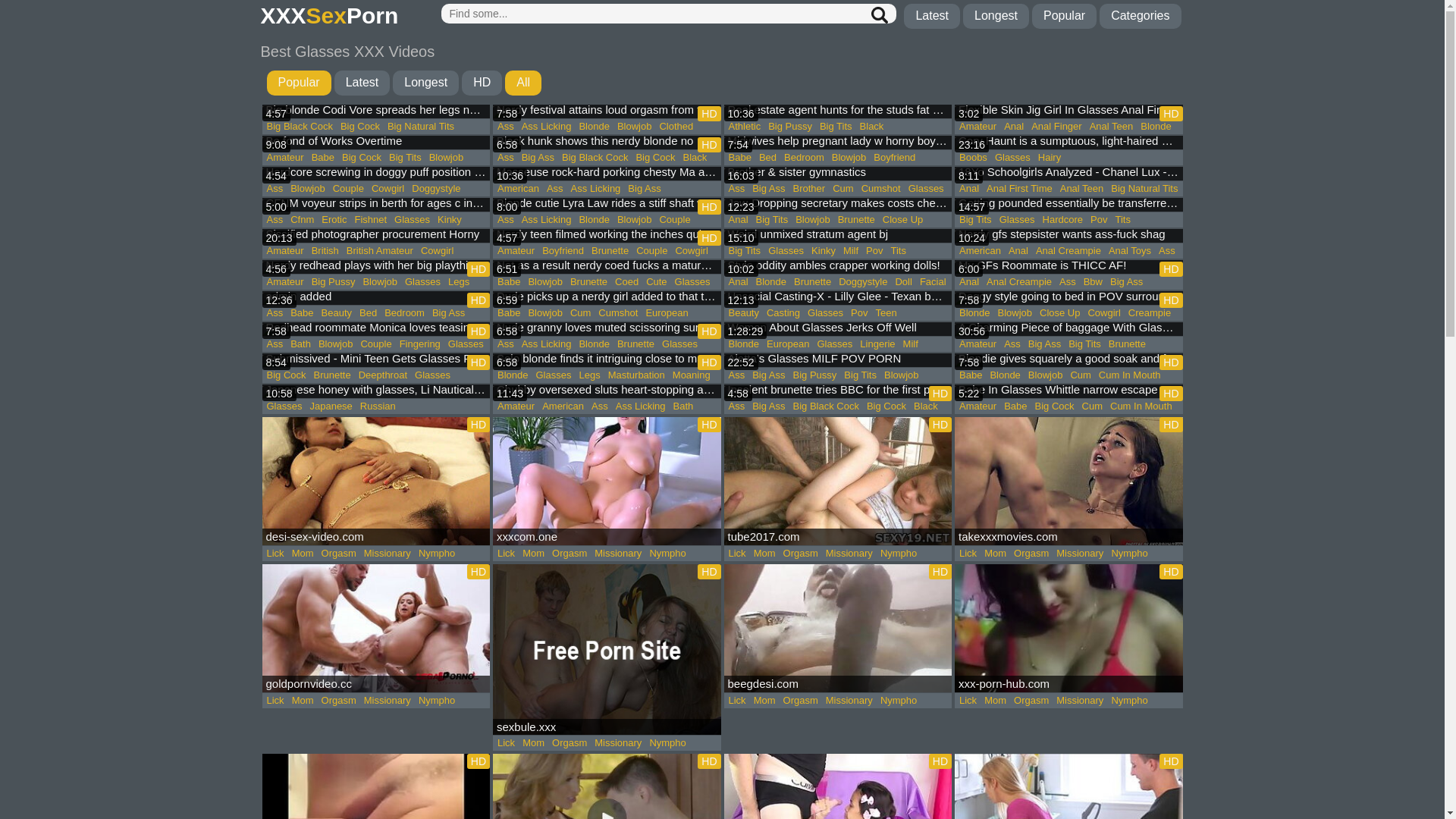 The height and width of the screenshot is (819, 1456). What do you see at coordinates (523, 83) in the screenshot?
I see `'All'` at bounding box center [523, 83].